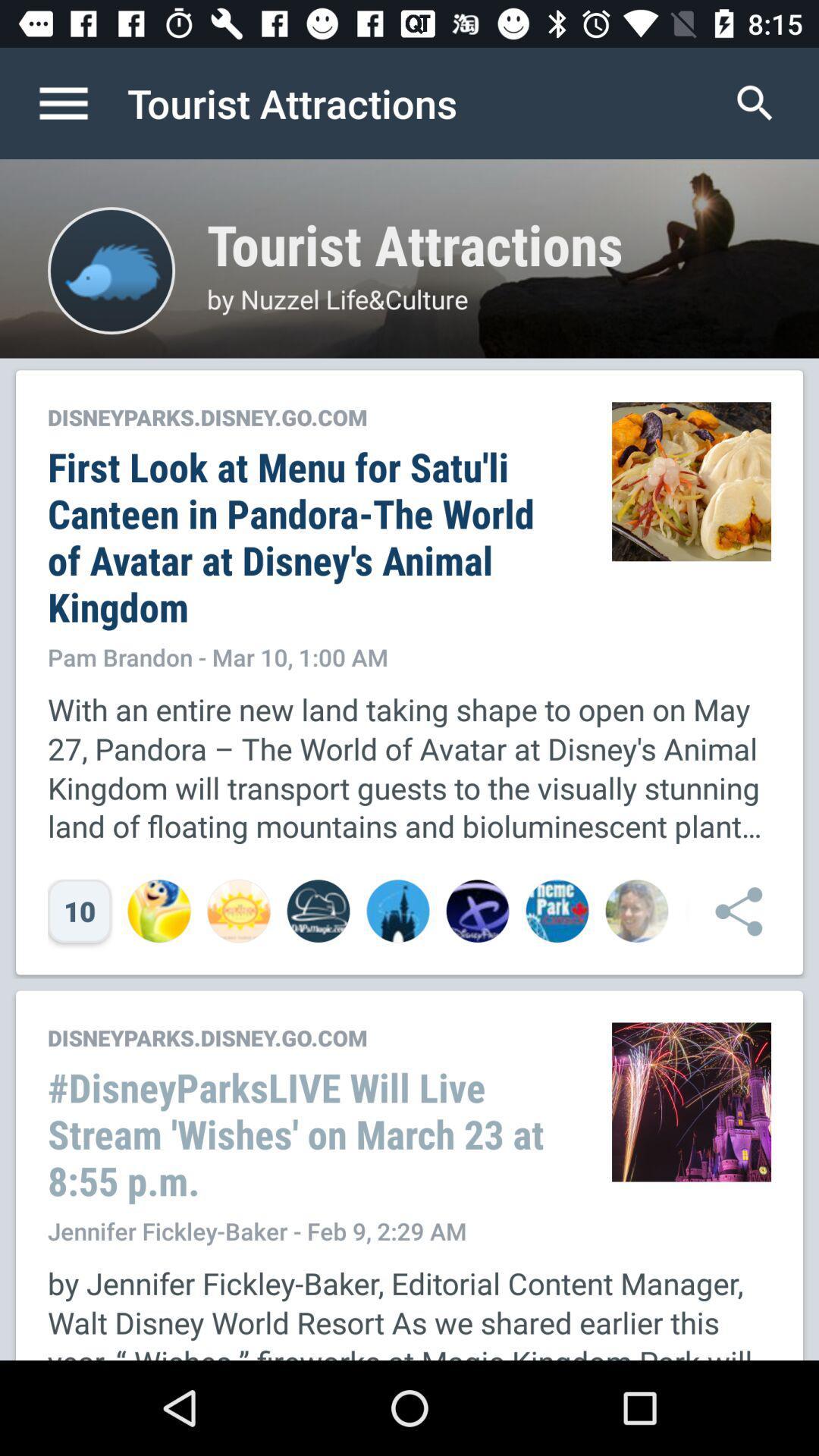 This screenshot has height=1456, width=819. Describe the element at coordinates (730, 910) in the screenshot. I see `item below the with an entire icon` at that location.